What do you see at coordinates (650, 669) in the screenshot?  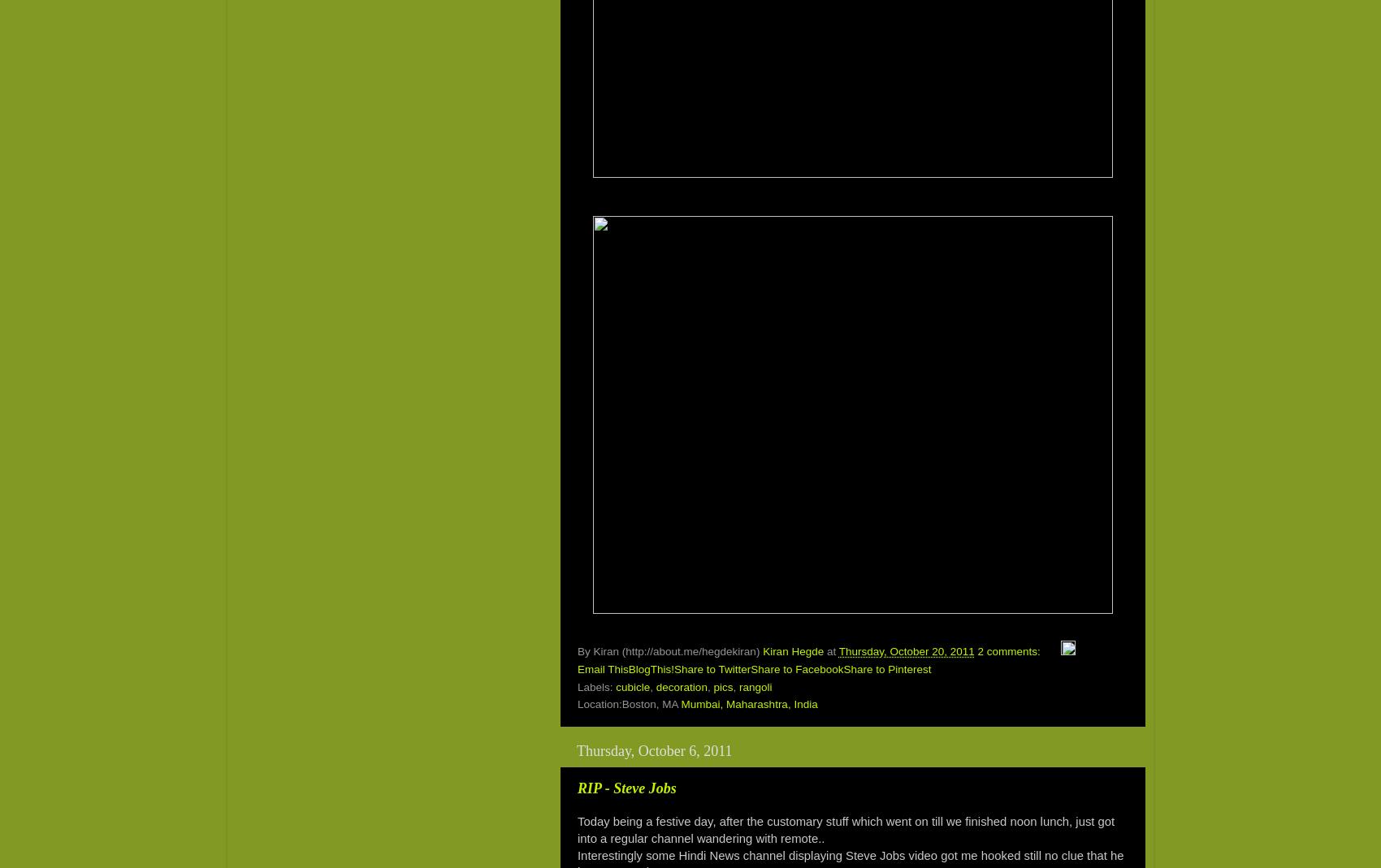 I see `'BlogThis!'` at bounding box center [650, 669].